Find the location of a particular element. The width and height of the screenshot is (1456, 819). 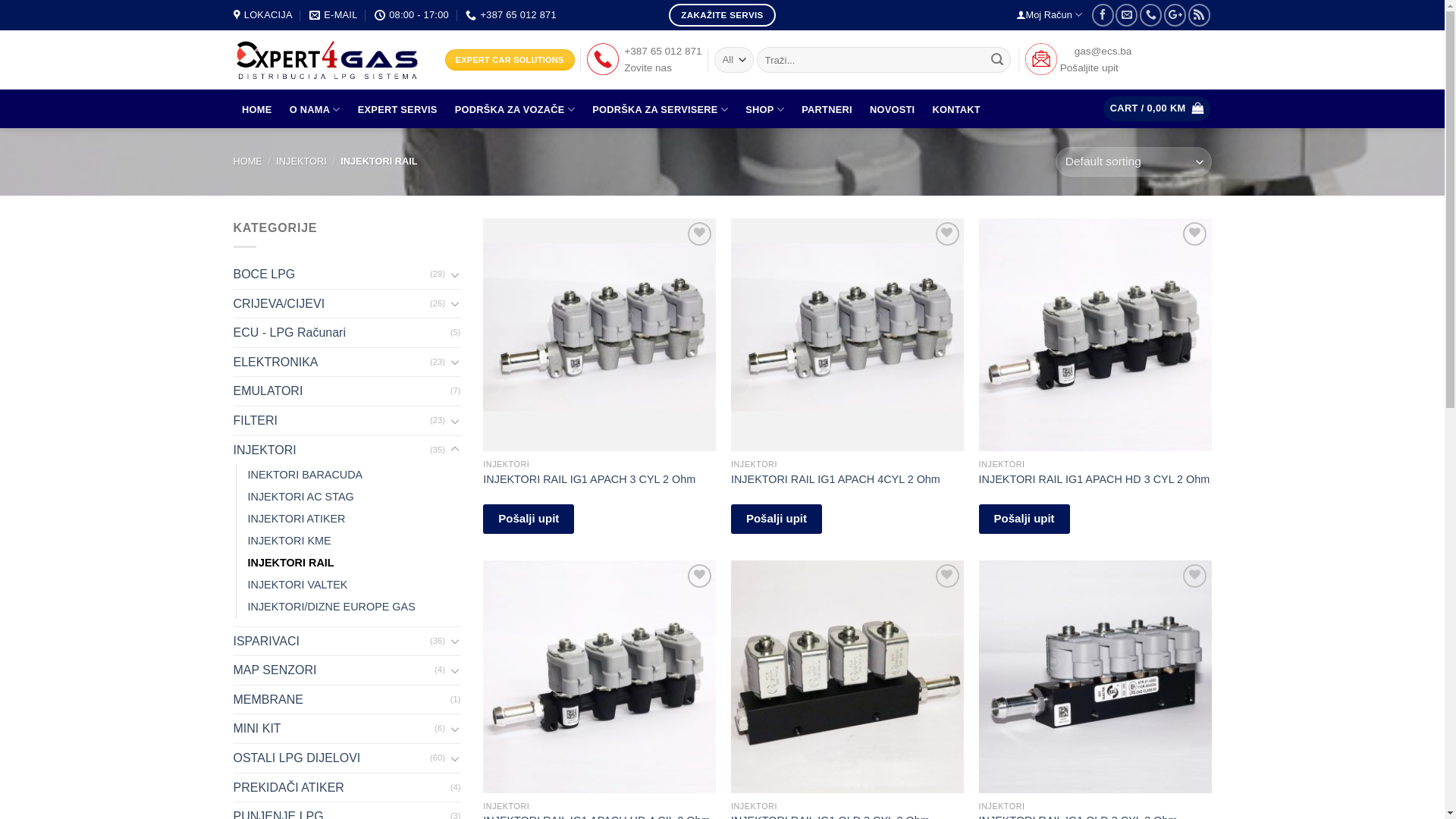

'INJEKTORI/DIZNE EUROPE GAS' is located at coordinates (330, 606).